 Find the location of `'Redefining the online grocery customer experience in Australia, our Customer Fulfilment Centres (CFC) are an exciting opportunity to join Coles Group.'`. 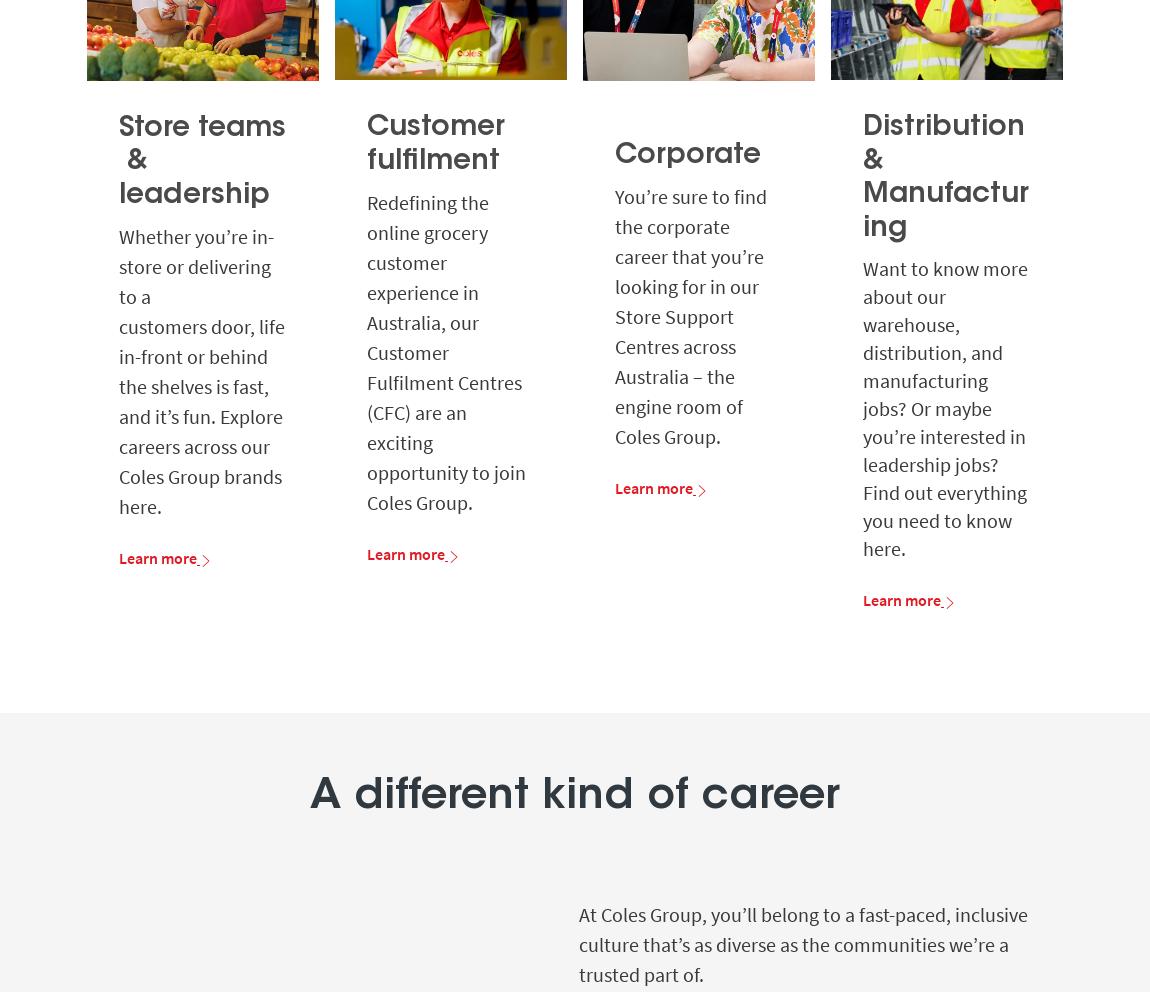

'Redefining the online grocery customer experience in Australia, our Customer Fulfilment Centres (CFC) are an exciting opportunity to join Coles Group.' is located at coordinates (366, 350).